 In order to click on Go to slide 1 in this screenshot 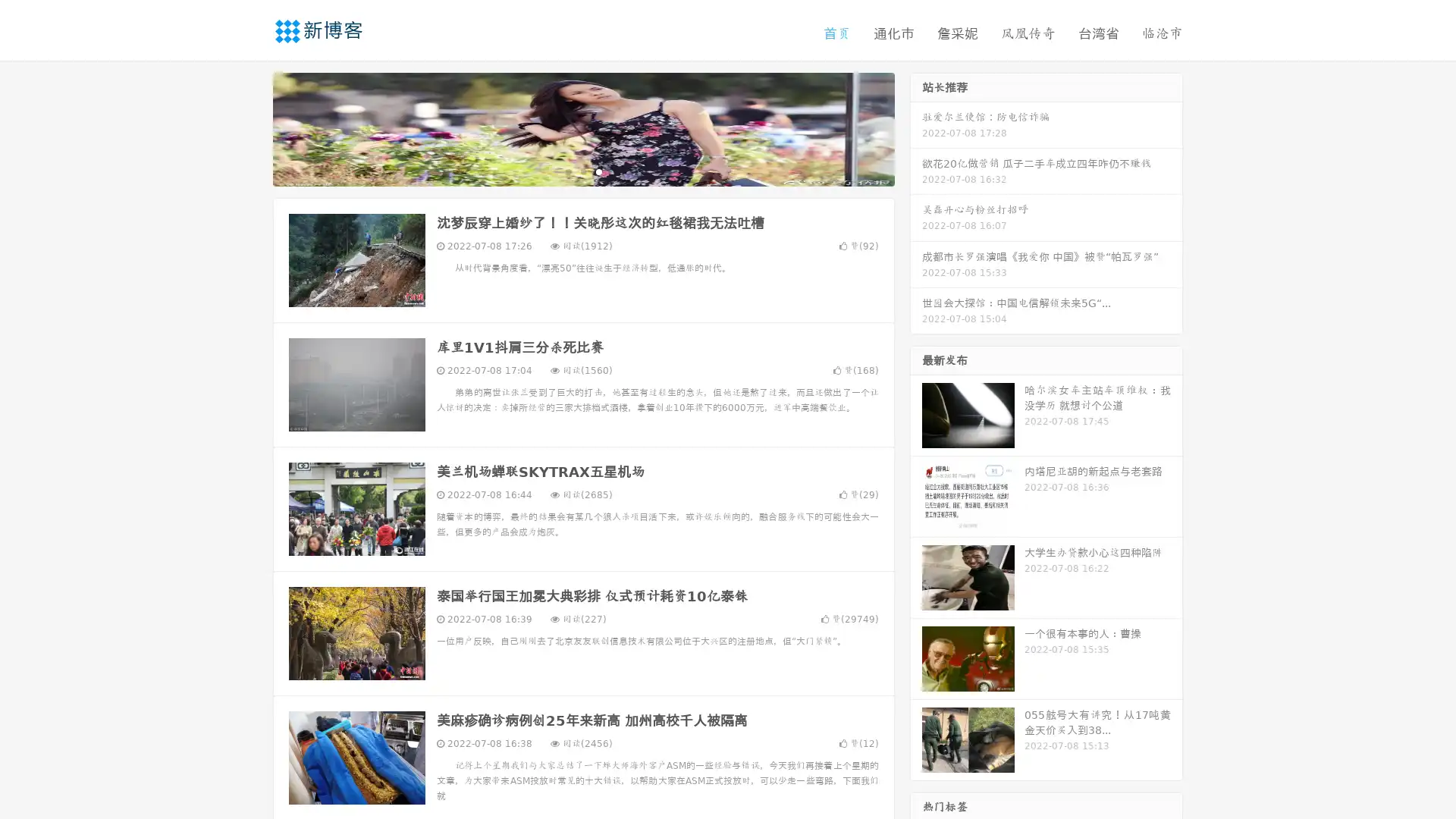, I will do `click(567, 171)`.